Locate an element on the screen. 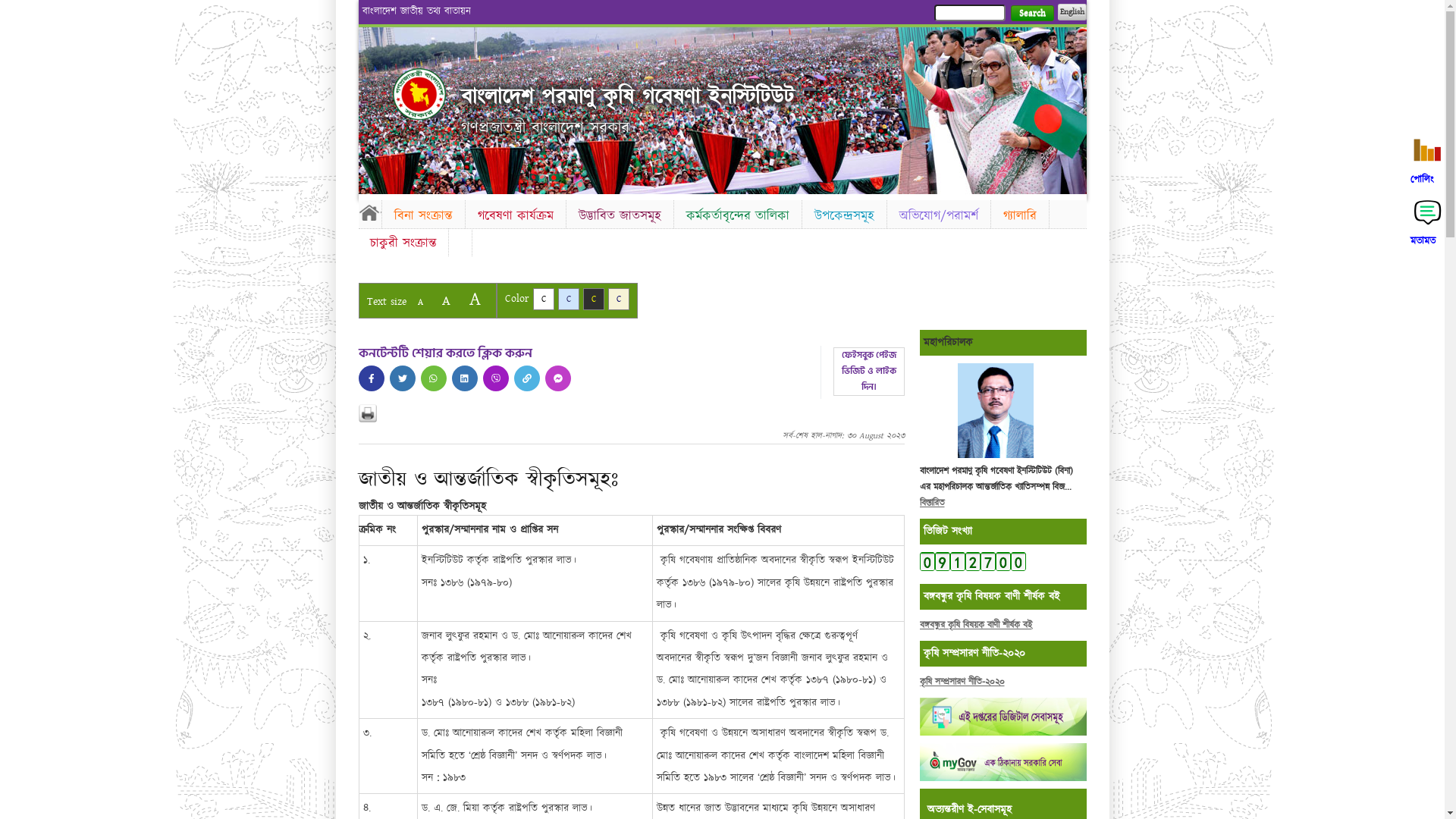 This screenshot has height=819, width=1456. 'A' is located at coordinates (409, 302).